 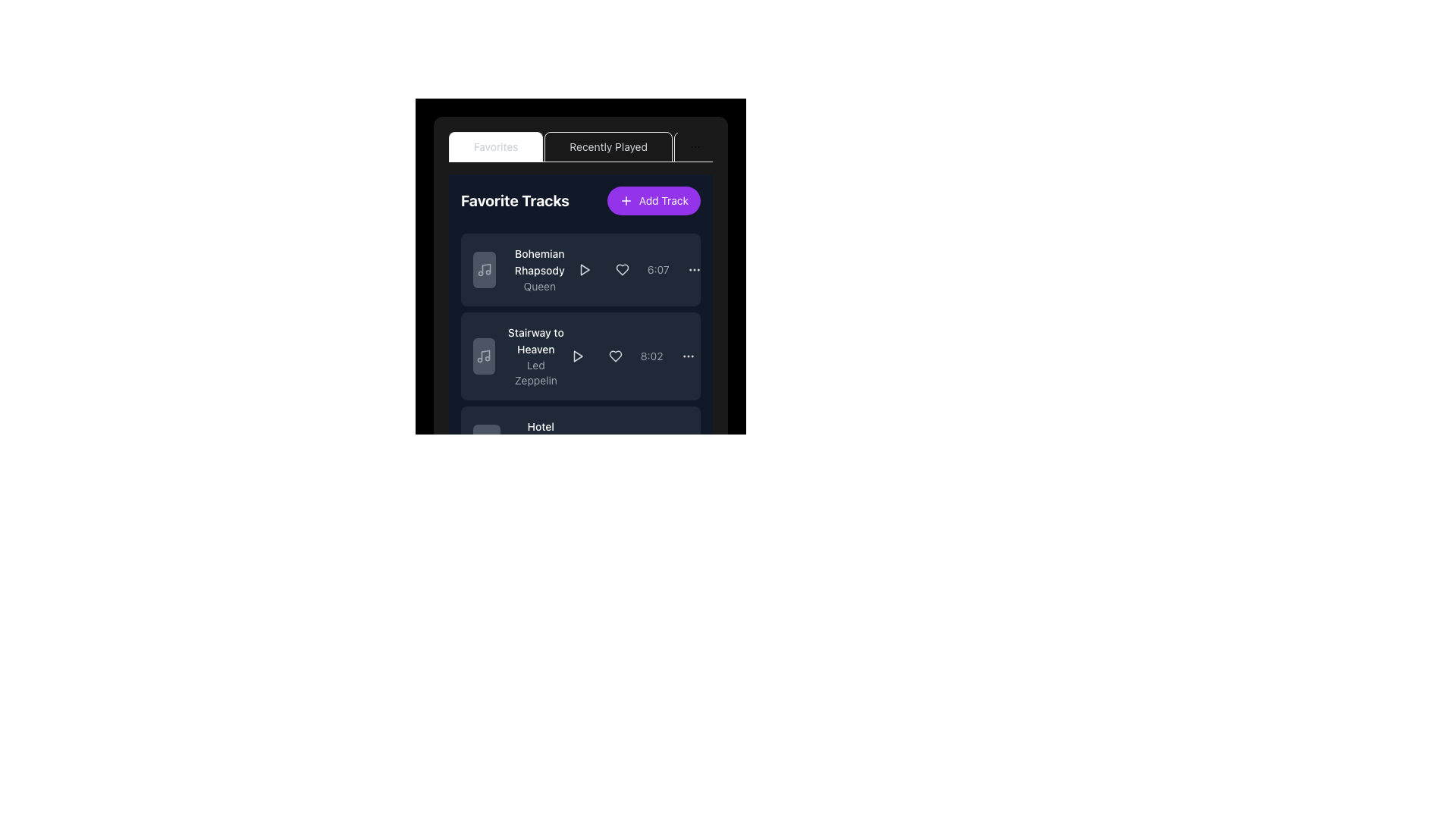 What do you see at coordinates (658, 268) in the screenshot?
I see `the static label that displays the total duration of the 'Bohemian Rhapsody' track, located on the right side of the corresponding list item, adjacent to interactive buttons and before the options menu icon` at bounding box center [658, 268].